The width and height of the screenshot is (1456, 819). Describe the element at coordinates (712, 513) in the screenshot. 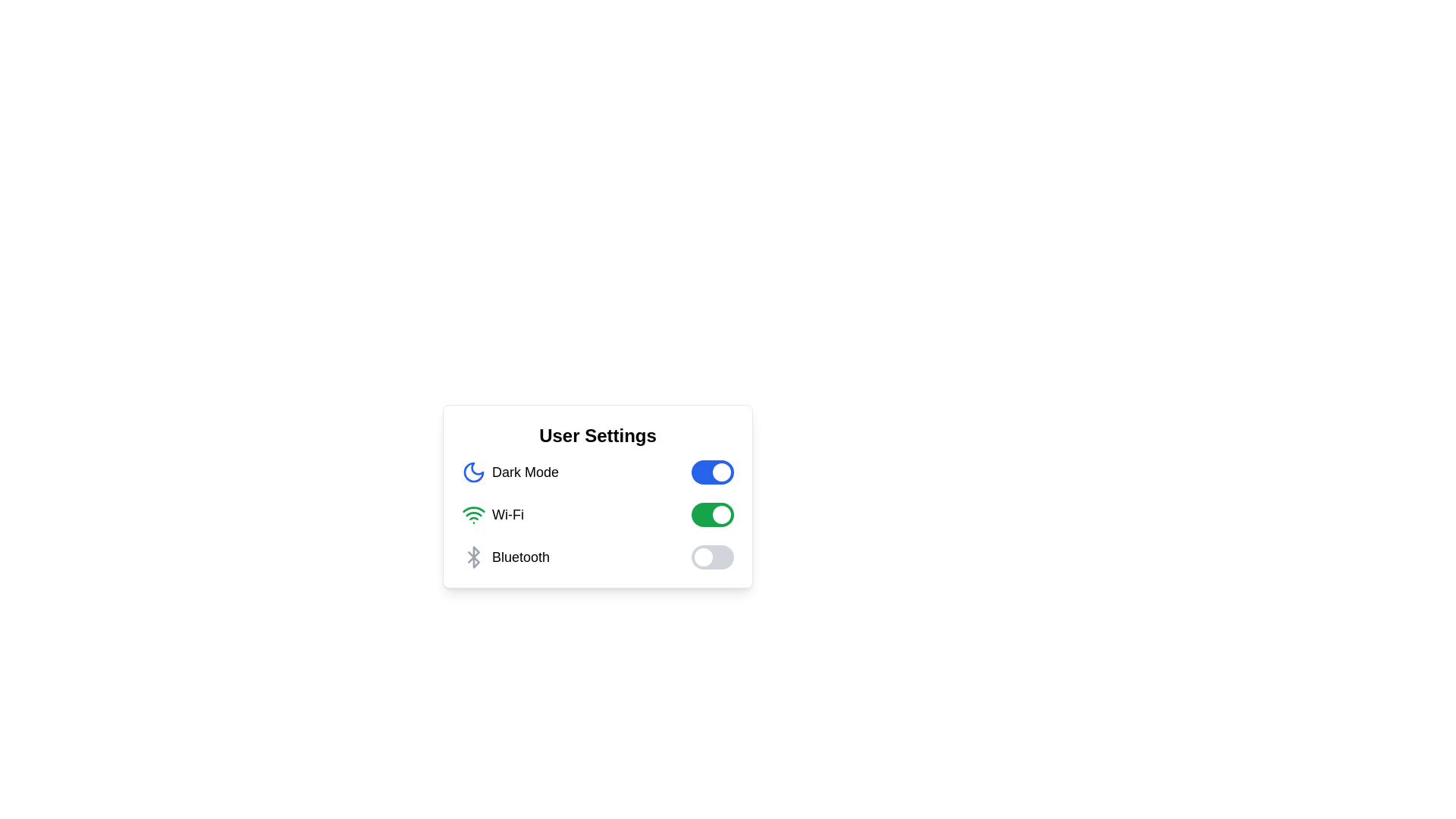

I see `the movable white circular knob of the rounded toggle switch with a green background, located in the second row of the 'User Settings' panel` at that location.